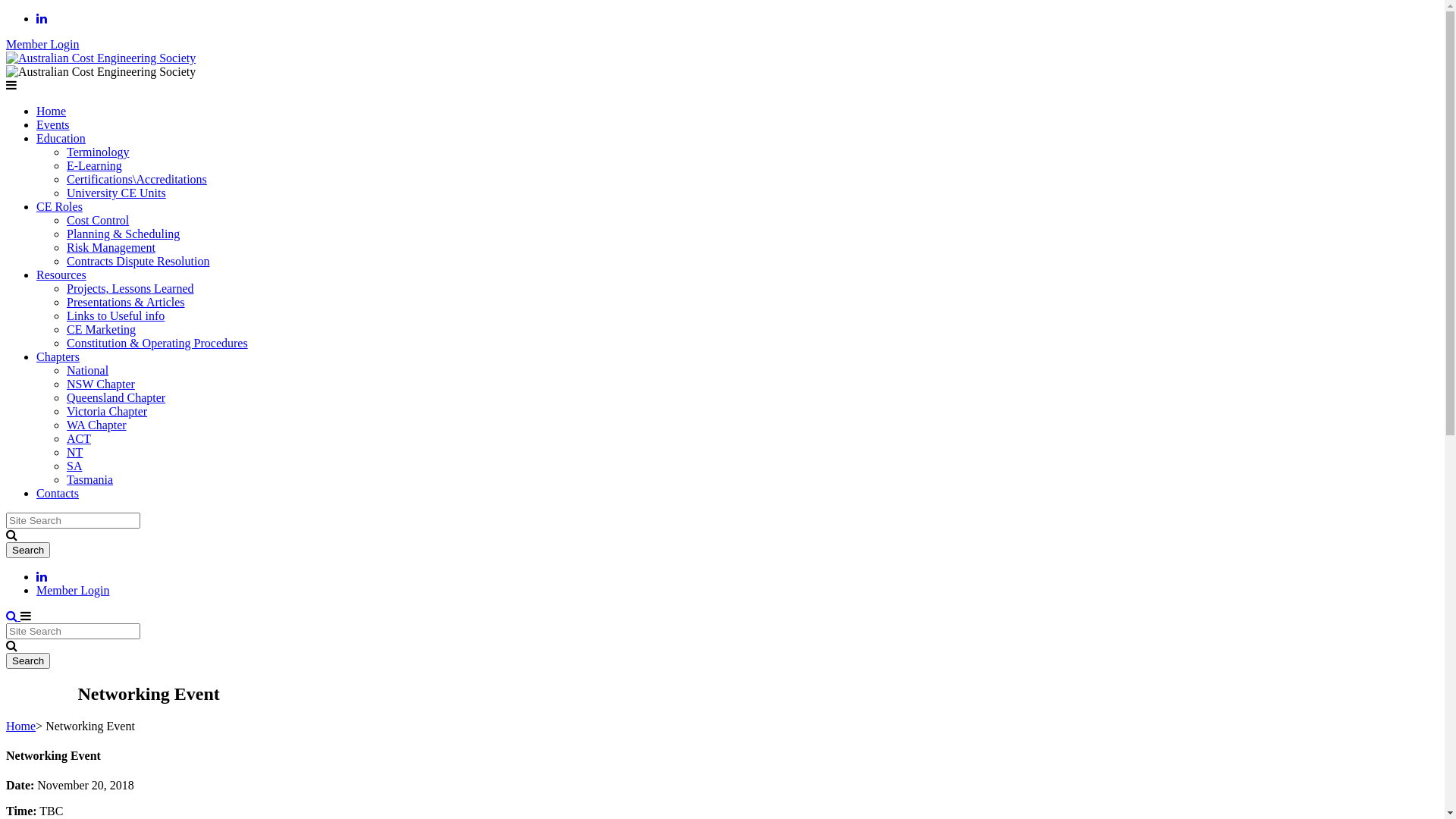 This screenshot has height=819, width=1456. Describe the element at coordinates (115, 397) in the screenshot. I see `'Queensland Chapter'` at that location.